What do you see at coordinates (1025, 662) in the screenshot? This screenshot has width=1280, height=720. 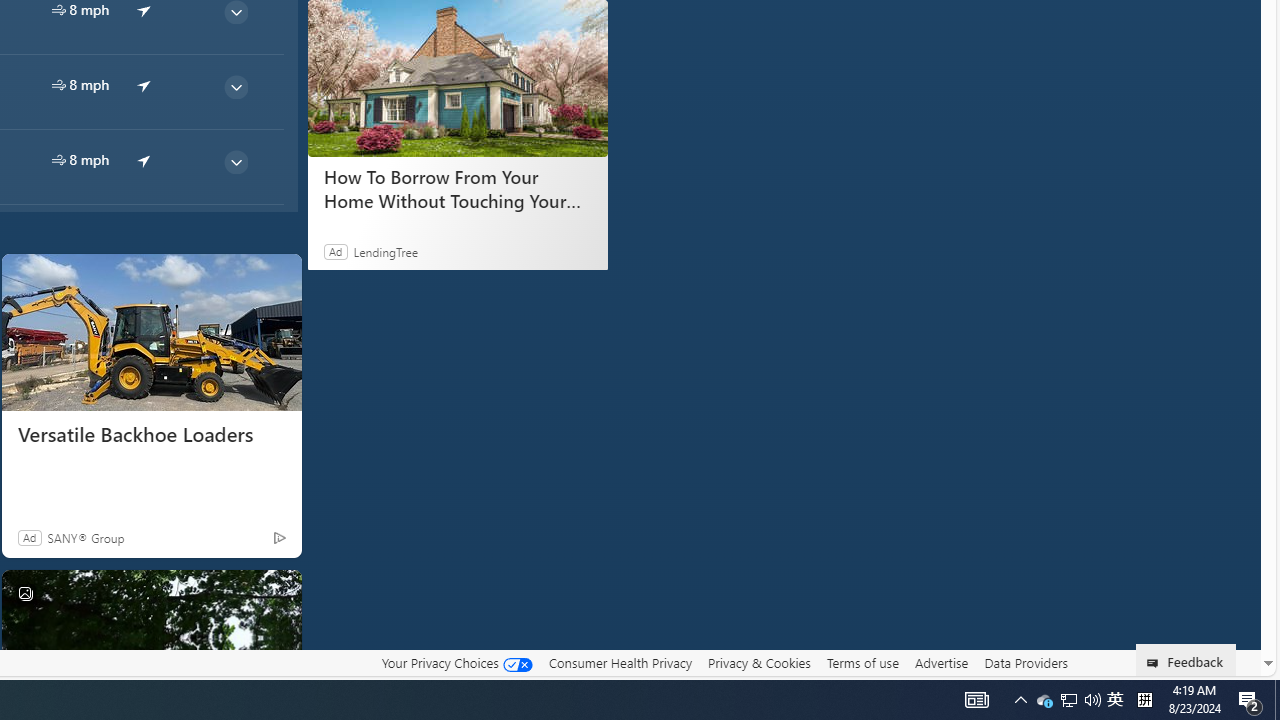 I see `'Data Providers'` at bounding box center [1025, 662].